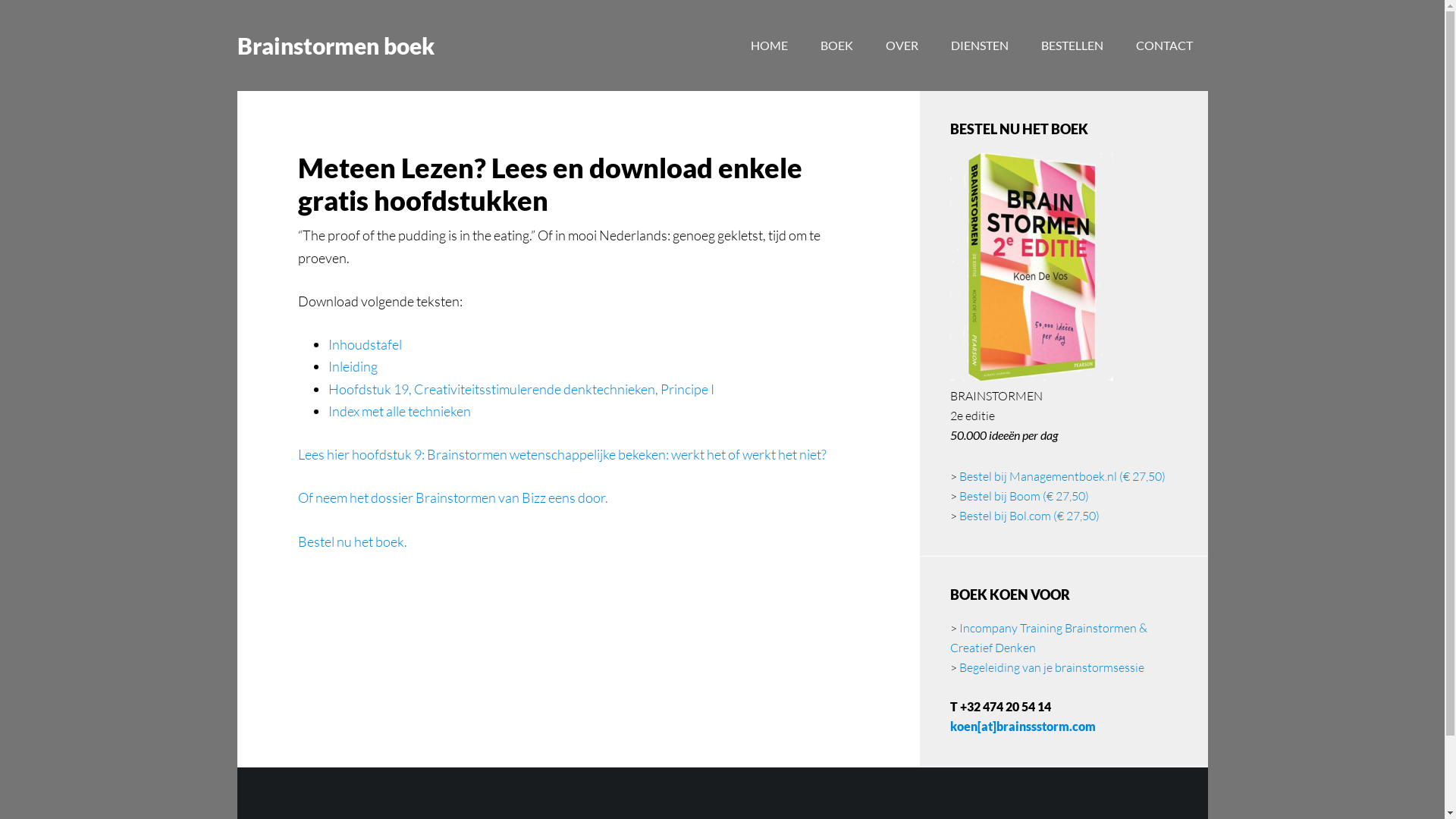  I want to click on 'CONTACT', so click(1163, 45).